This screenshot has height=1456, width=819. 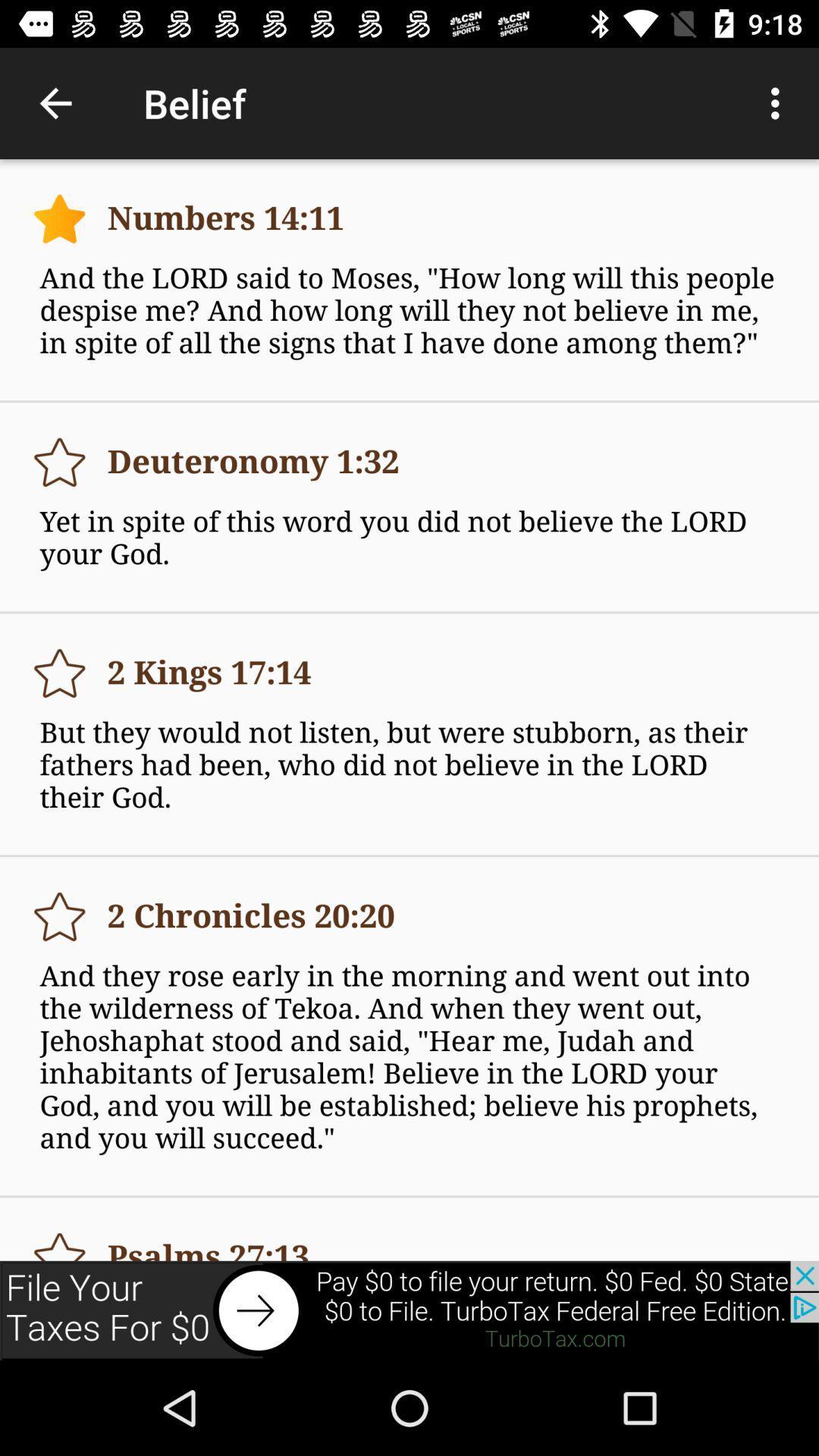 What do you see at coordinates (58, 1239) in the screenshot?
I see `star sympol` at bounding box center [58, 1239].